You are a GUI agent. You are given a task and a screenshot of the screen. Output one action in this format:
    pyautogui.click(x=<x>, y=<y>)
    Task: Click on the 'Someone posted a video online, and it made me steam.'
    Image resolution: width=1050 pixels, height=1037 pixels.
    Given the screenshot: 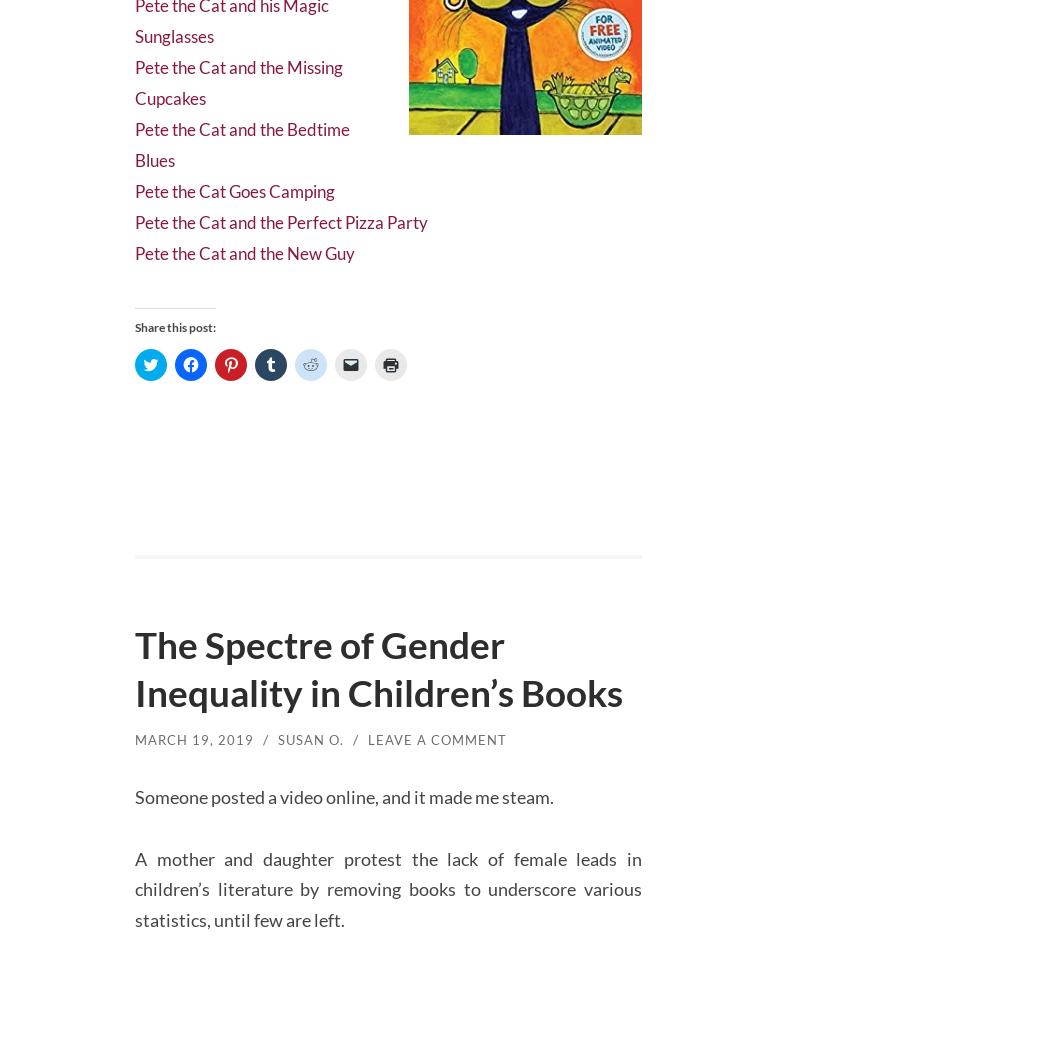 What is the action you would take?
    pyautogui.click(x=343, y=827)
    